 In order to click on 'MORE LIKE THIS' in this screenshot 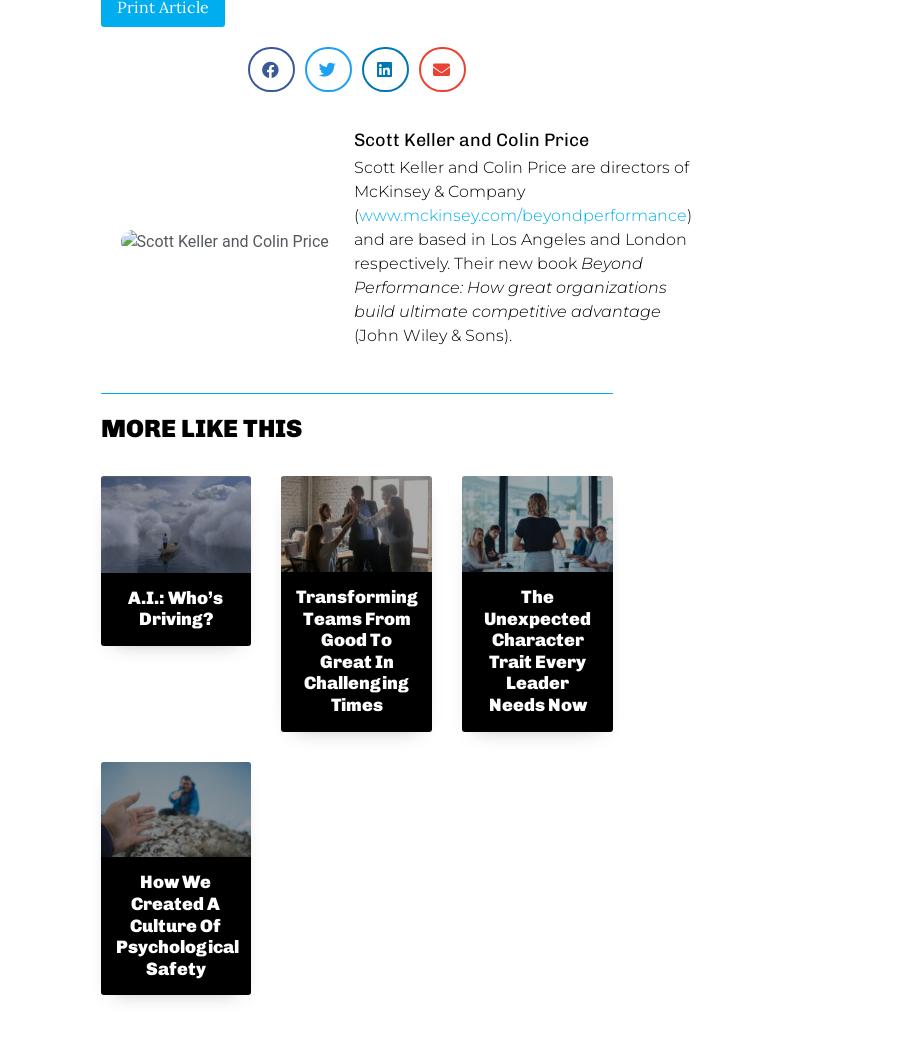, I will do `click(200, 426)`.